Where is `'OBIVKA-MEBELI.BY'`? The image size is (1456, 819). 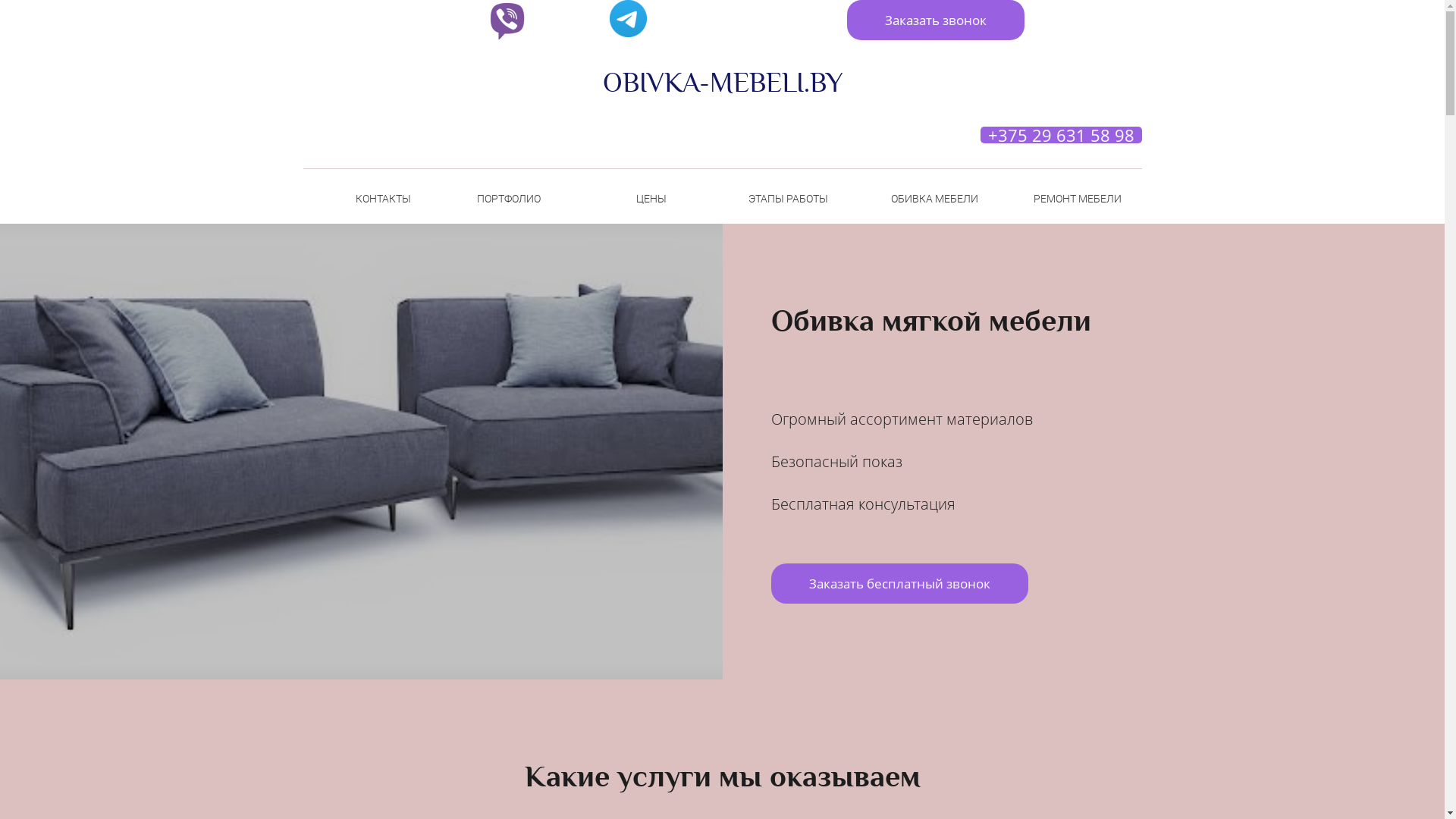
'OBIVKA-MEBELI.BY' is located at coordinates (721, 83).